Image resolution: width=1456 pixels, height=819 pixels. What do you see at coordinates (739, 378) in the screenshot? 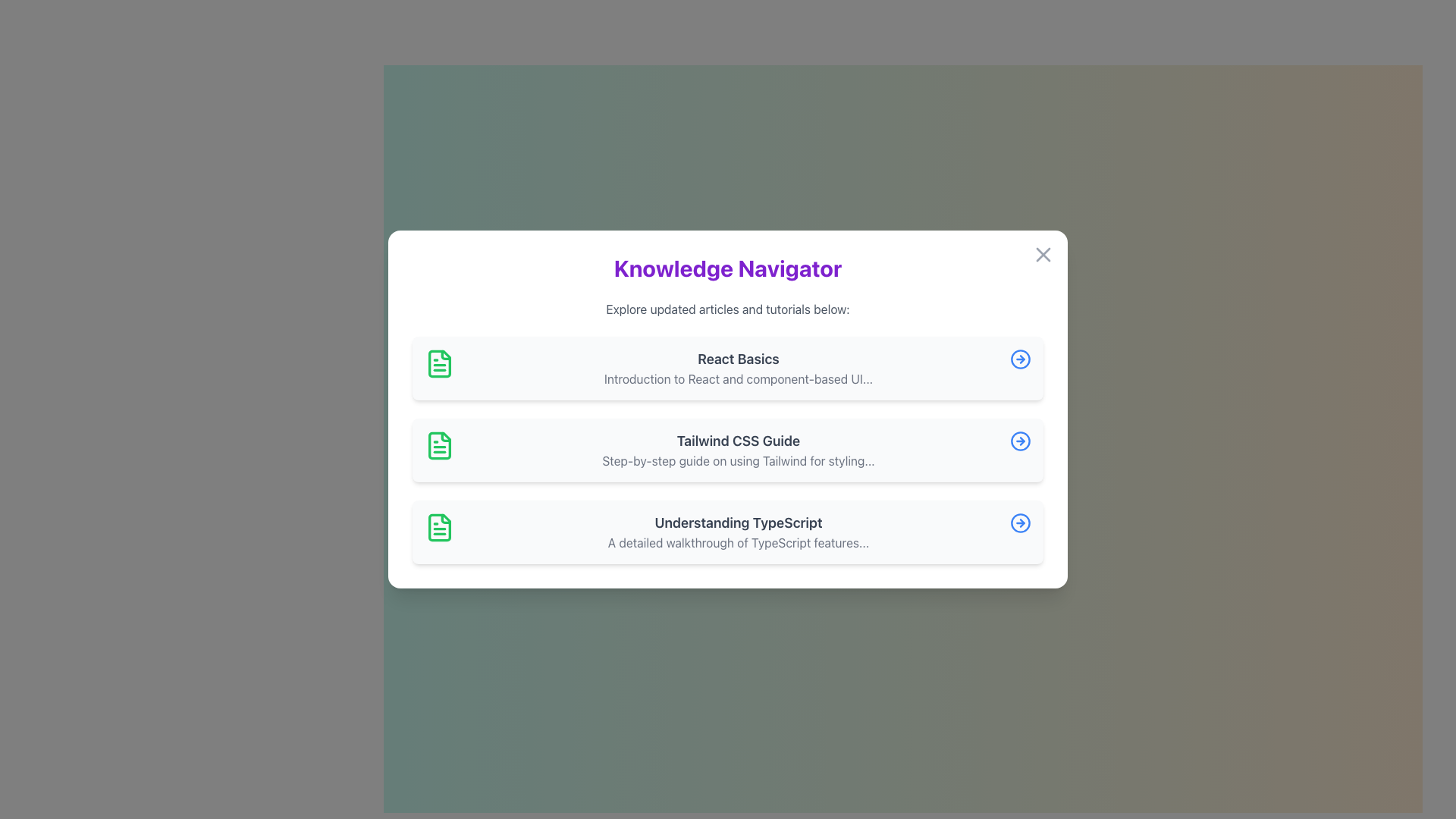
I see `the text line displaying 'Introduction to React and component-based UI...' which is styled in subdued gray and located below the title 'React Basics'` at bounding box center [739, 378].